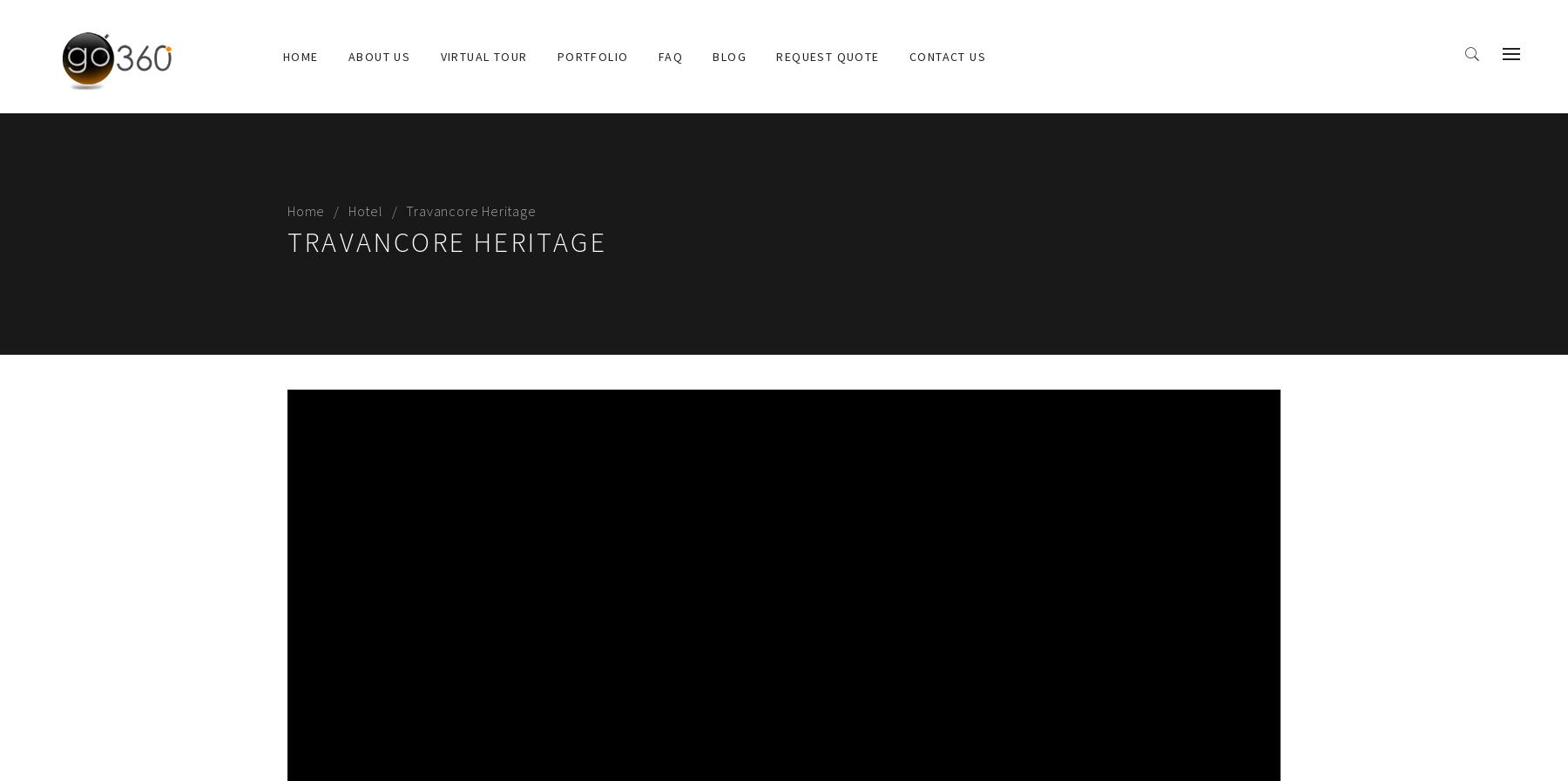 Image resolution: width=1568 pixels, height=781 pixels. Describe the element at coordinates (551, 134) in the screenshot. I see `'Virtual Tour Development Process'` at that location.